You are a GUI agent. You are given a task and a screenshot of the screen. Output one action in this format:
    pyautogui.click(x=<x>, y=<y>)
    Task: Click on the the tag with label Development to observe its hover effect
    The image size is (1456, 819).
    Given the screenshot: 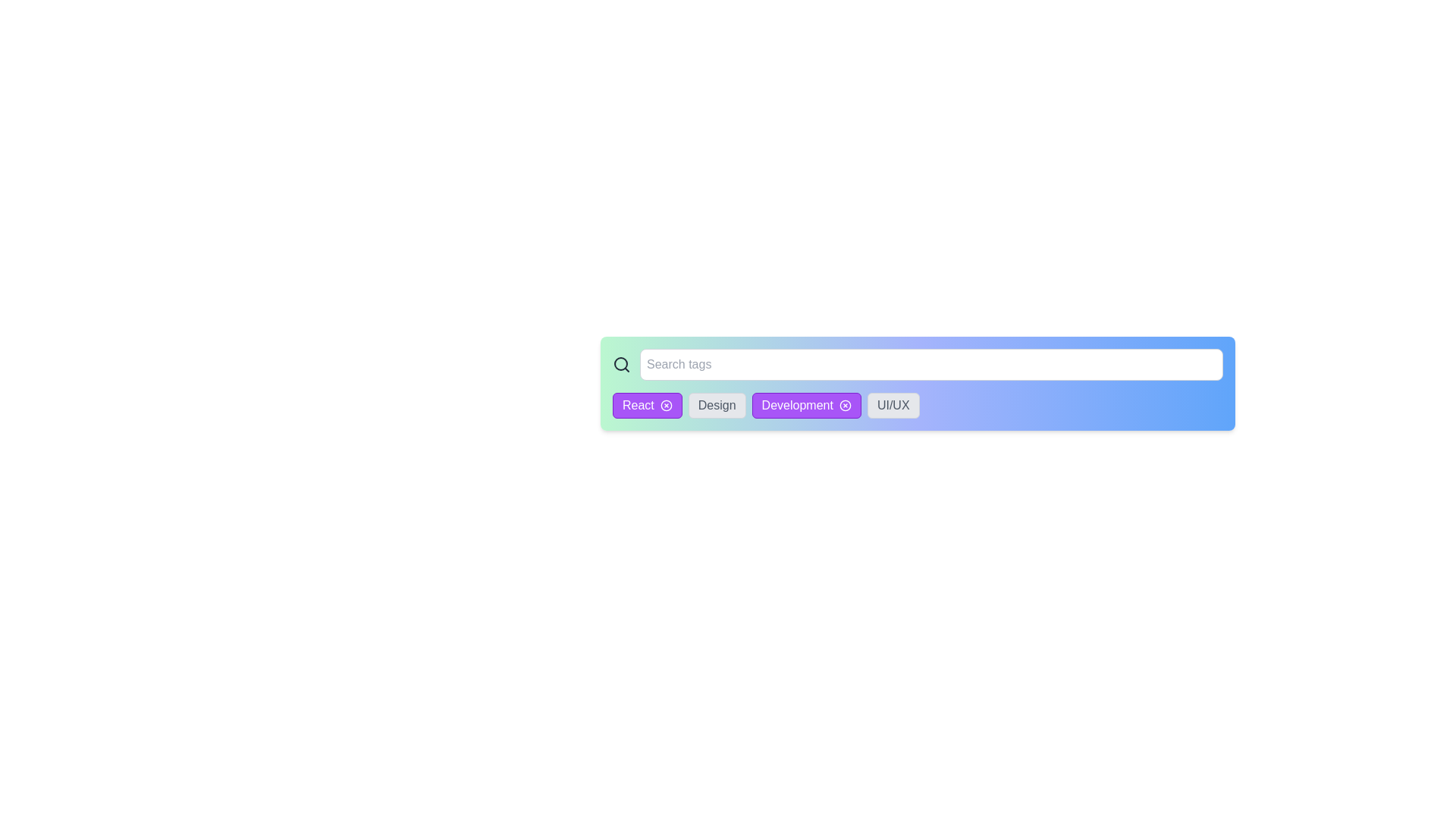 What is the action you would take?
    pyautogui.click(x=805, y=405)
    